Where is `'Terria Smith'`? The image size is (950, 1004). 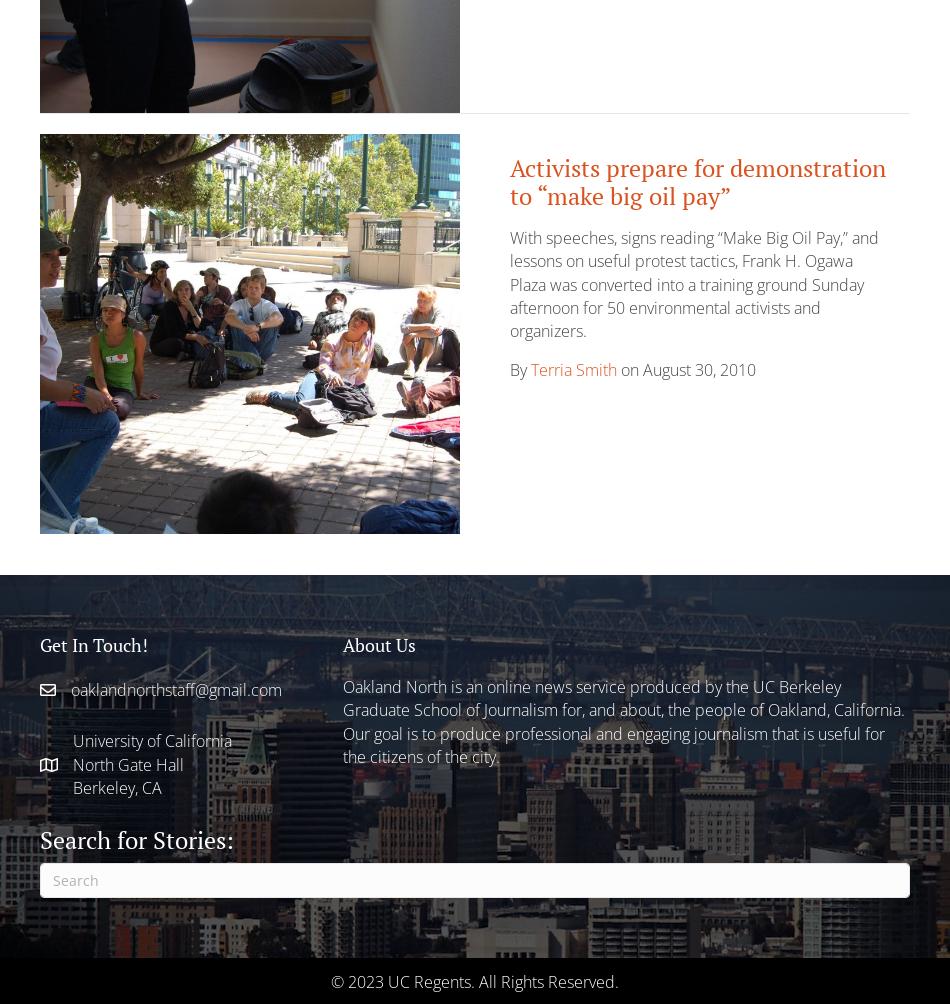 'Terria Smith' is located at coordinates (530, 369).